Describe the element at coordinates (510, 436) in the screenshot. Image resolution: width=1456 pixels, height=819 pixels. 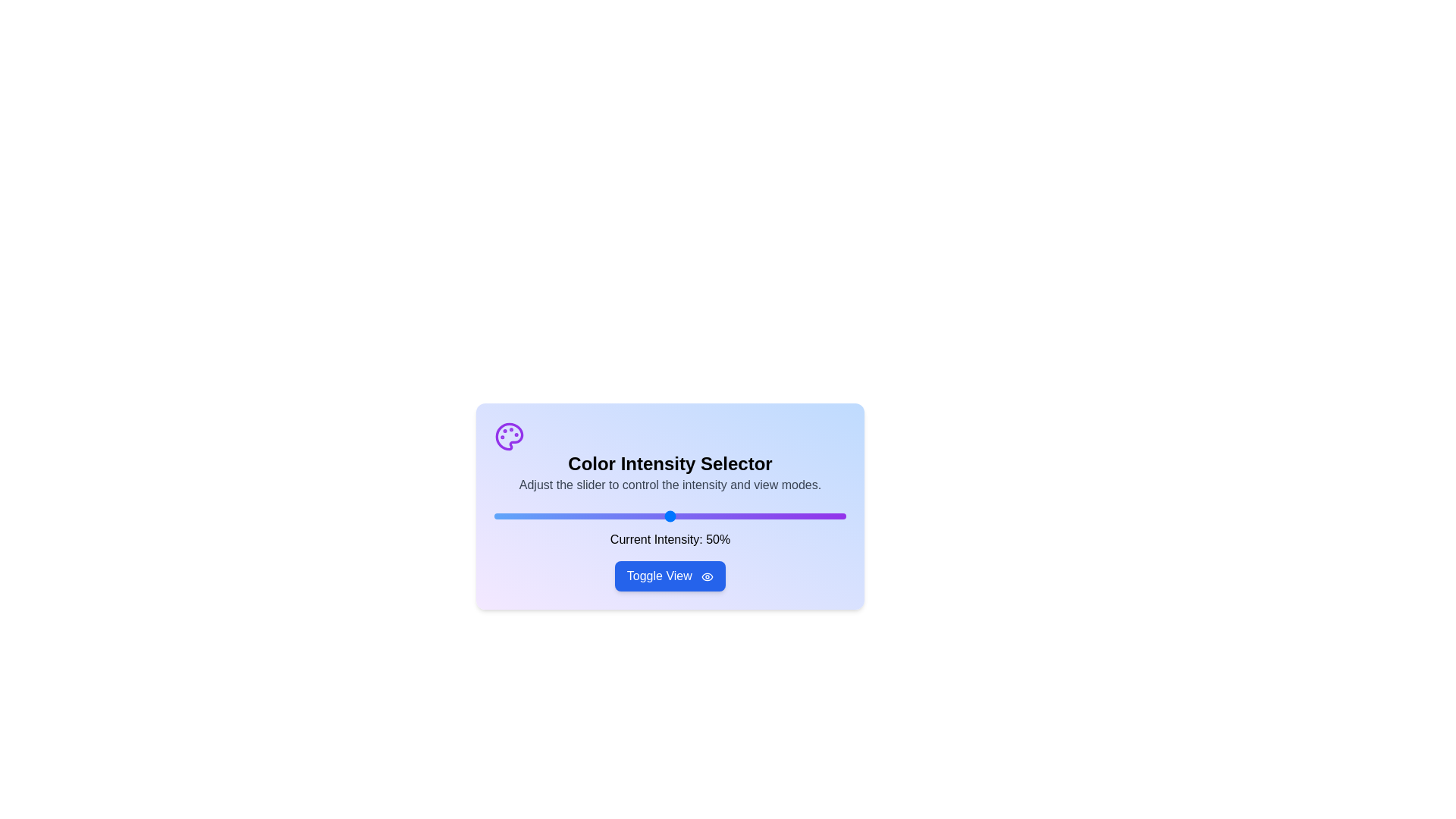
I see `the palette icon to observe any feedback or hover effects` at that location.